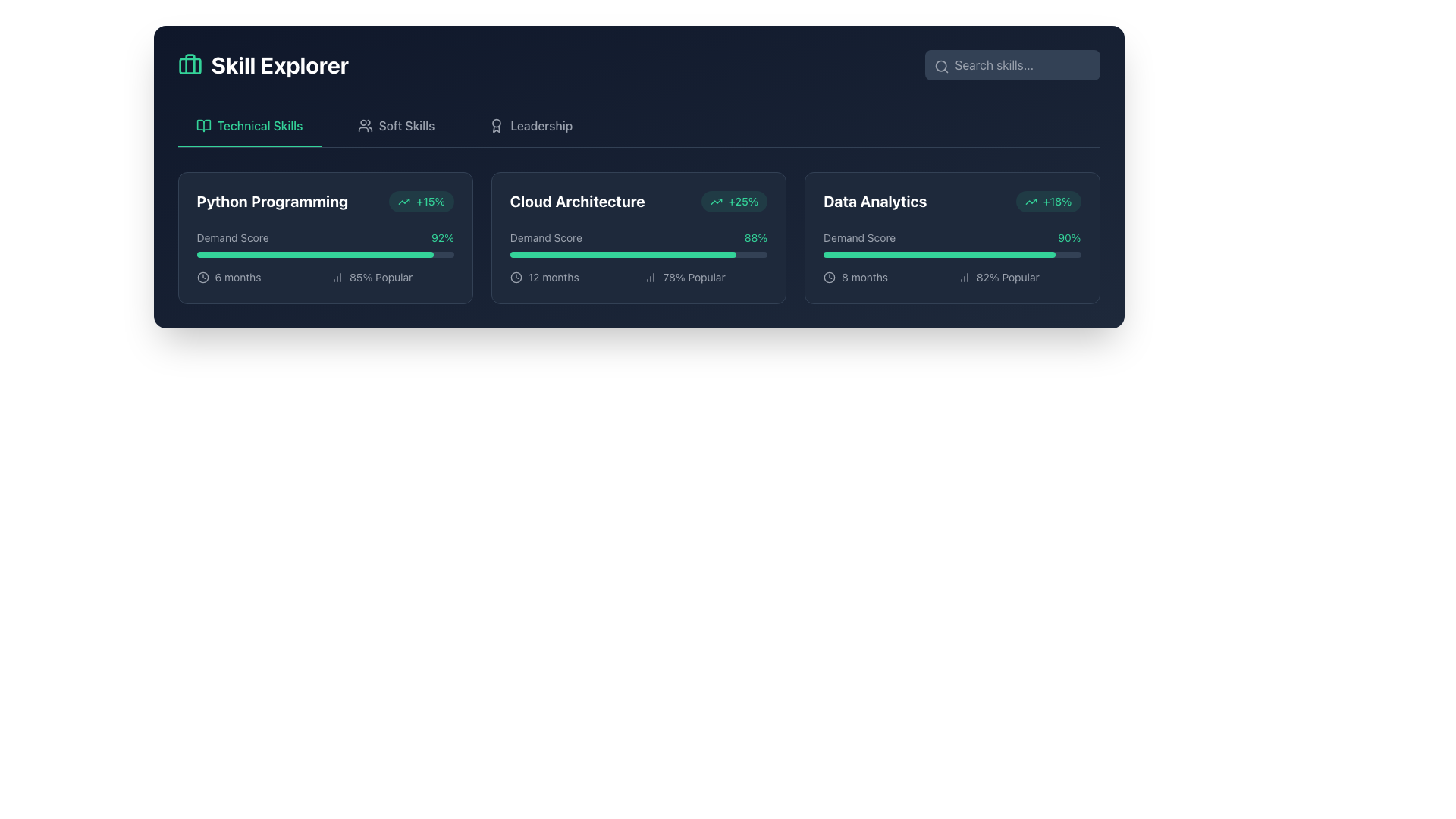 The width and height of the screenshot is (1456, 819). What do you see at coordinates (951, 256) in the screenshot?
I see `the percentage text on the progress bar located below the title 'Data Analytics' and above the labels '8 months' and '82% Popular'` at bounding box center [951, 256].